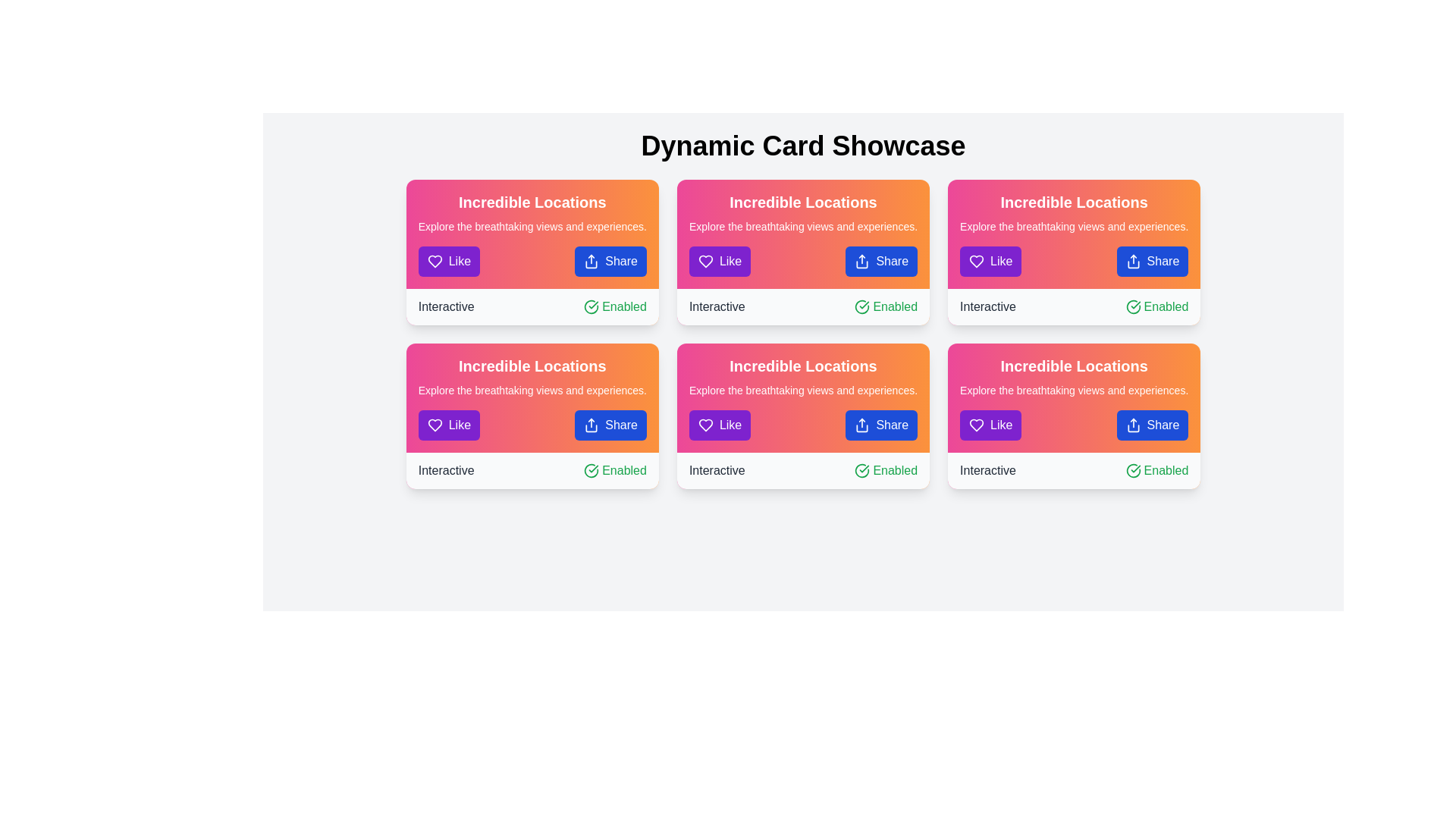 The width and height of the screenshot is (1456, 819). Describe the element at coordinates (591, 307) in the screenshot. I see `the status indicator icon located at the bottom section of the second card in the top row of a 2x3 grid layout, which indicates an active or enabled state` at that location.